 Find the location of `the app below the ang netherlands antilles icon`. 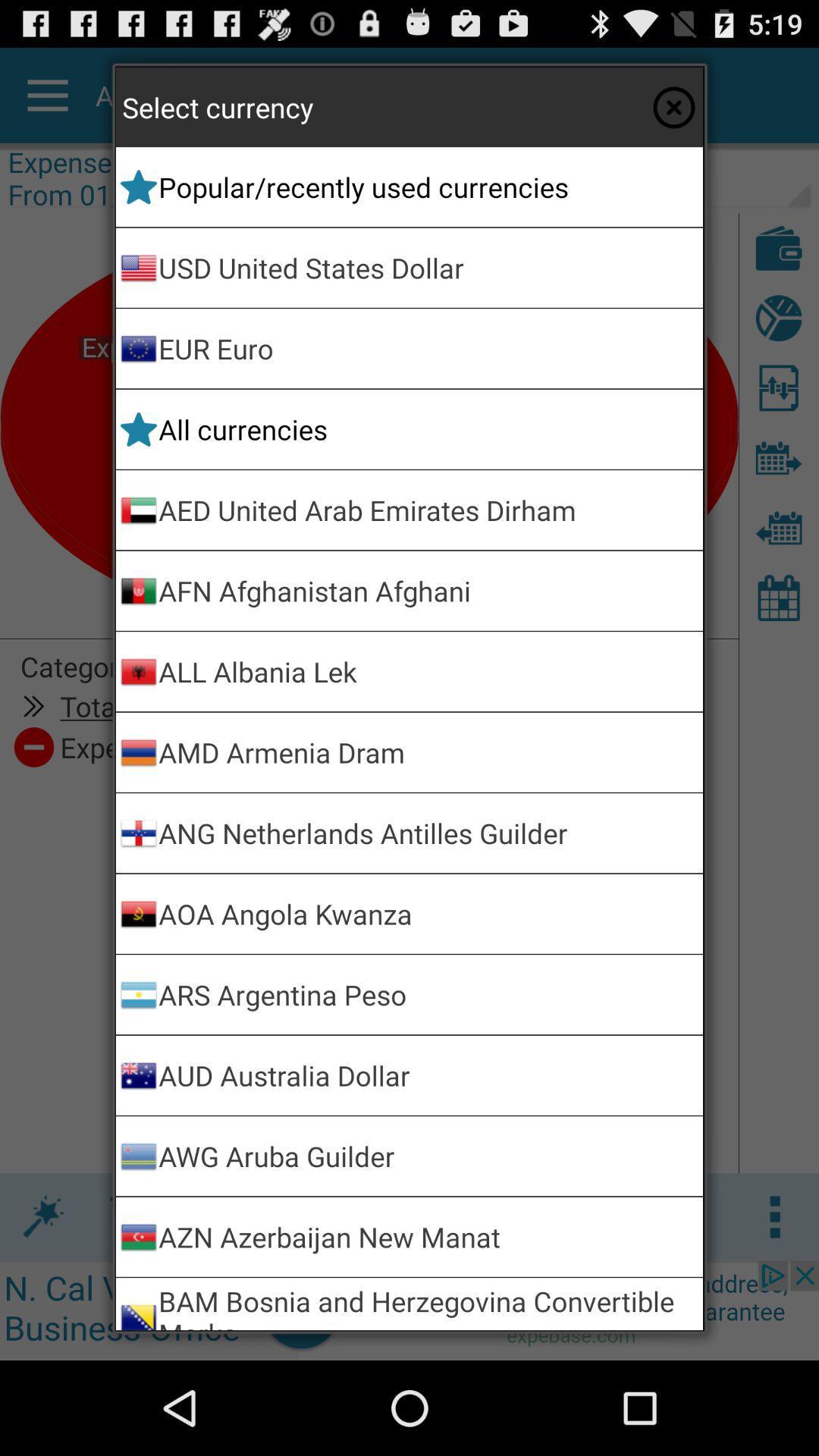

the app below the ang netherlands antilles icon is located at coordinates (428, 913).